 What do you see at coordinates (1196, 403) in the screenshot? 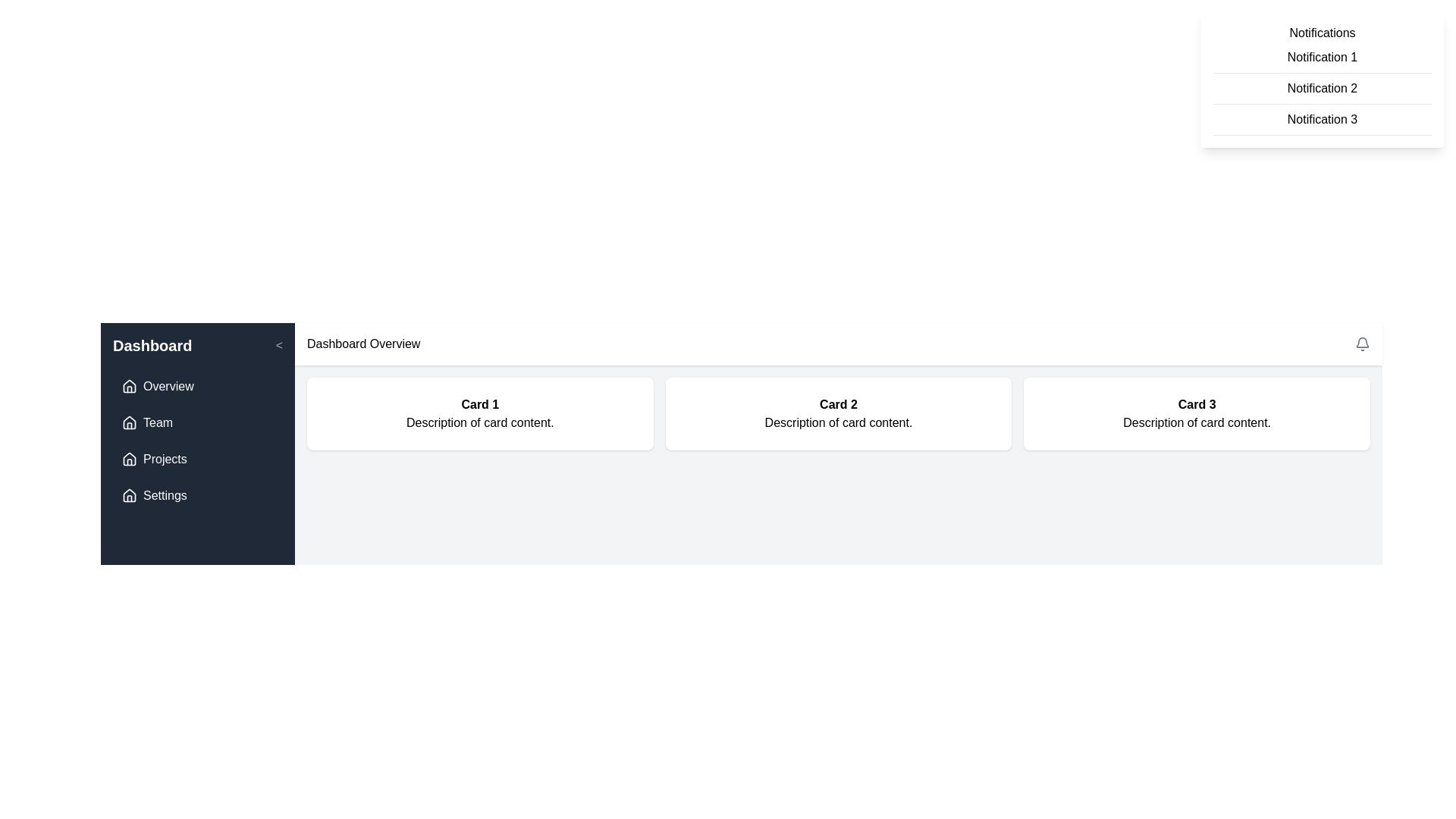
I see `text of the title or label of the third card, which is positioned at the top of the card above the description text` at bounding box center [1196, 403].